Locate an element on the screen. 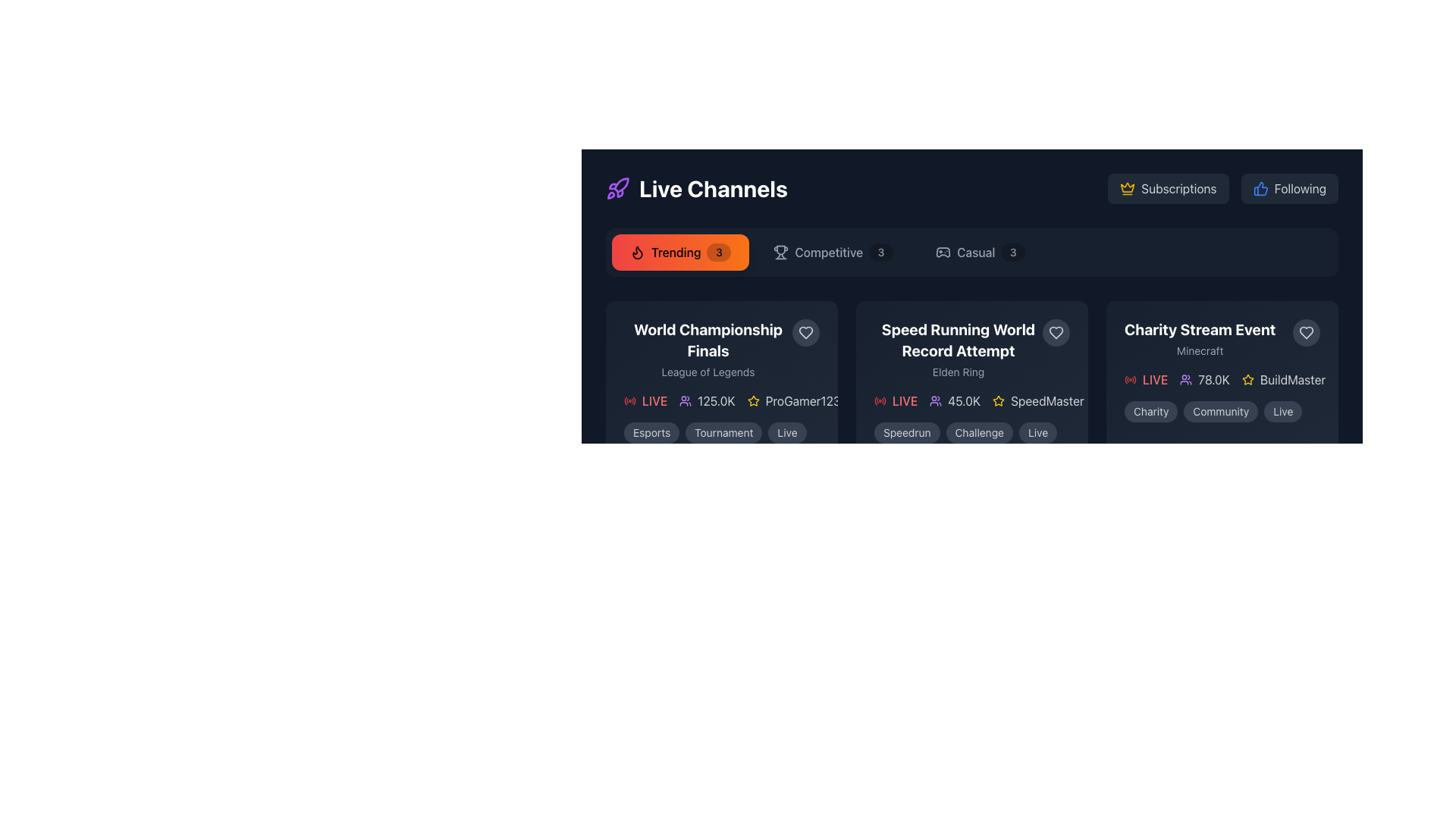  the interactive button located in the upper-right corner of the 'World Championship Finals' card is located at coordinates (805, 332).